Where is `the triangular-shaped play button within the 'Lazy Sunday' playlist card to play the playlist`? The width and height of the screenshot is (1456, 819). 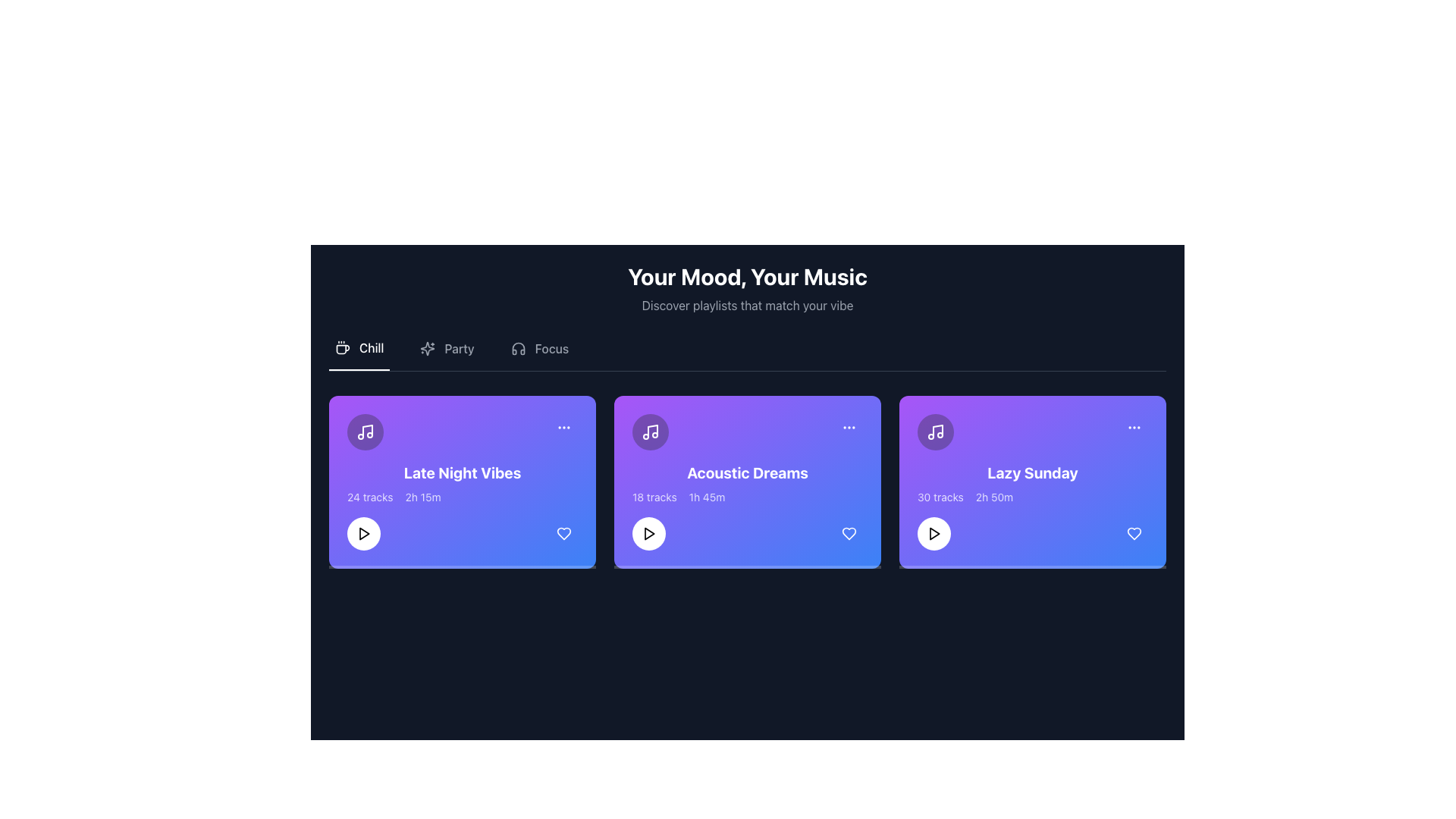
the triangular-shaped play button within the 'Lazy Sunday' playlist card to play the playlist is located at coordinates (934, 533).